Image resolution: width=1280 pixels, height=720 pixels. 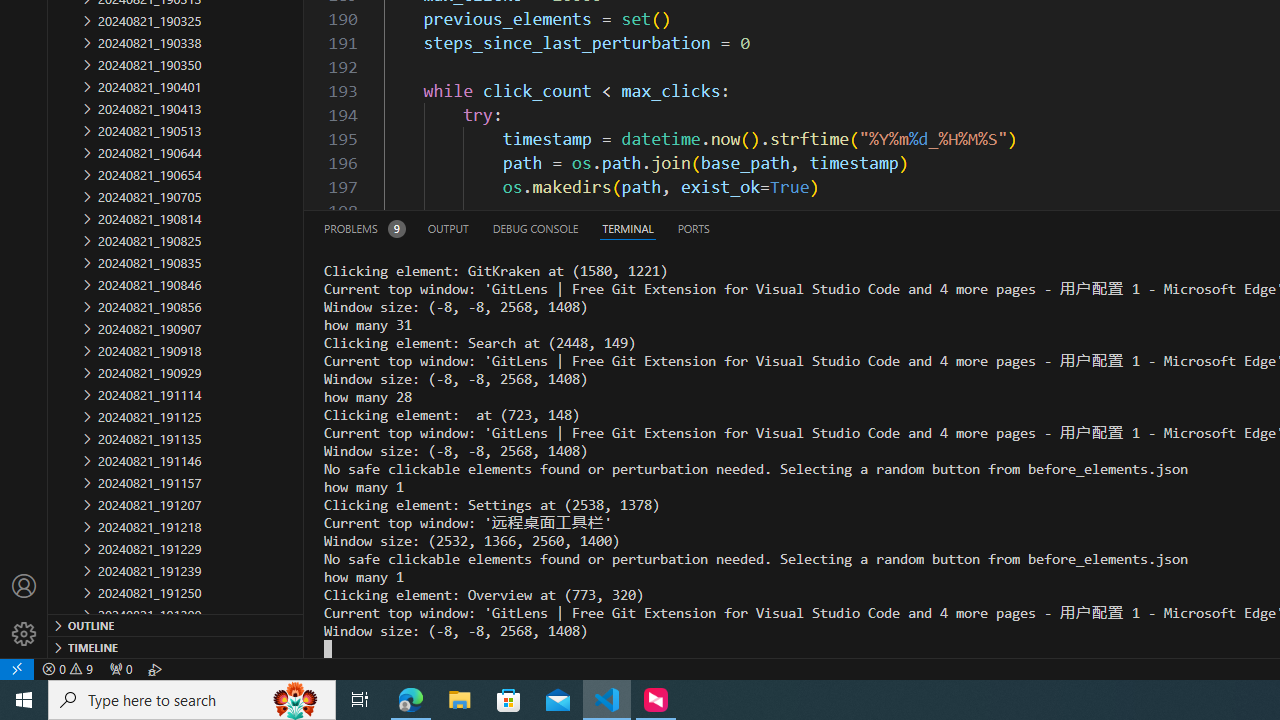 I want to click on 'Debug Console (Ctrl+Shift+Y)', so click(x=535, y=227).